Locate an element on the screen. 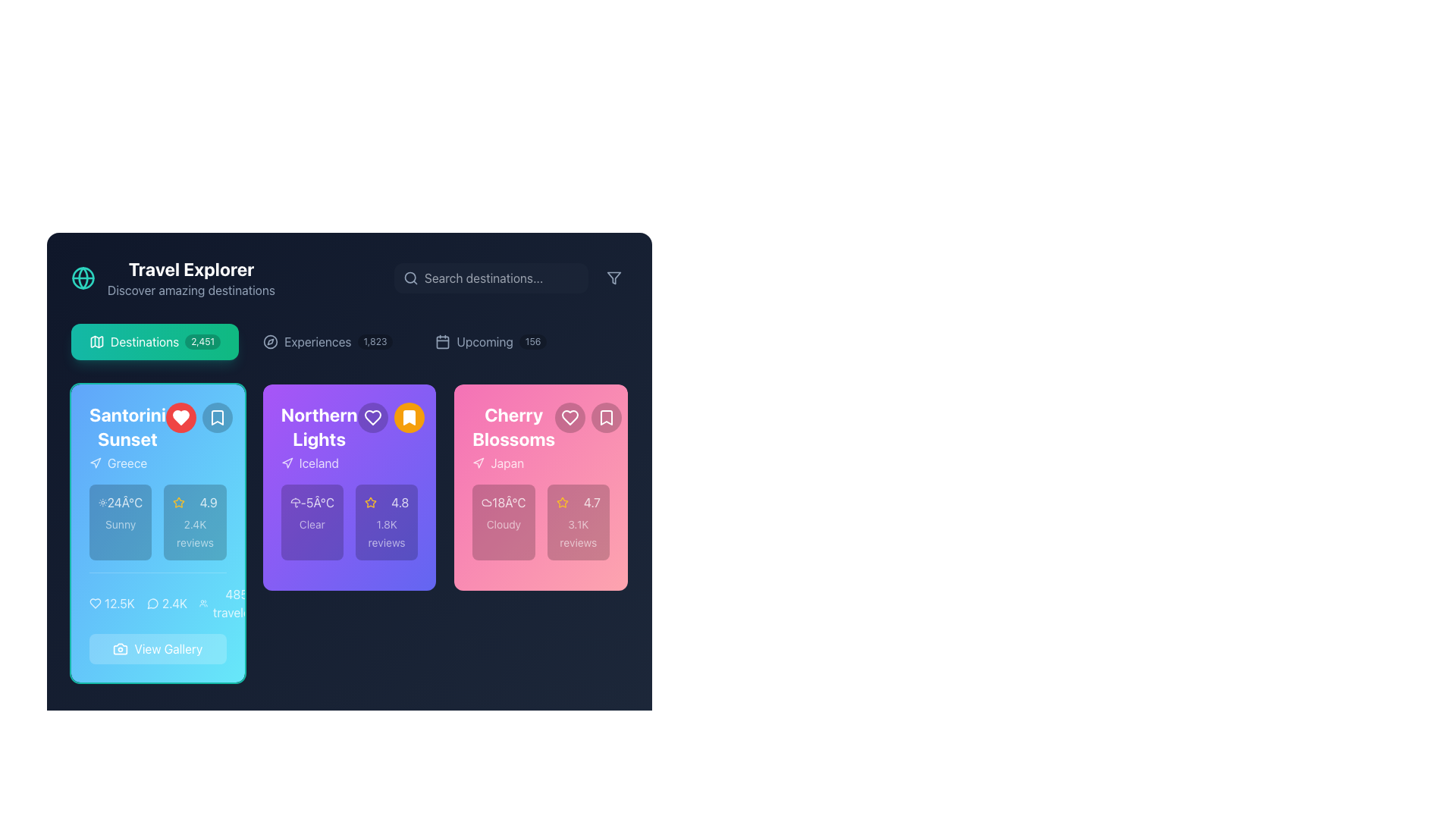  the 'Destinations' button located at the top left of the interface, directly below the application title 'Travel Explorer', for keyboard interaction is located at coordinates (155, 342).